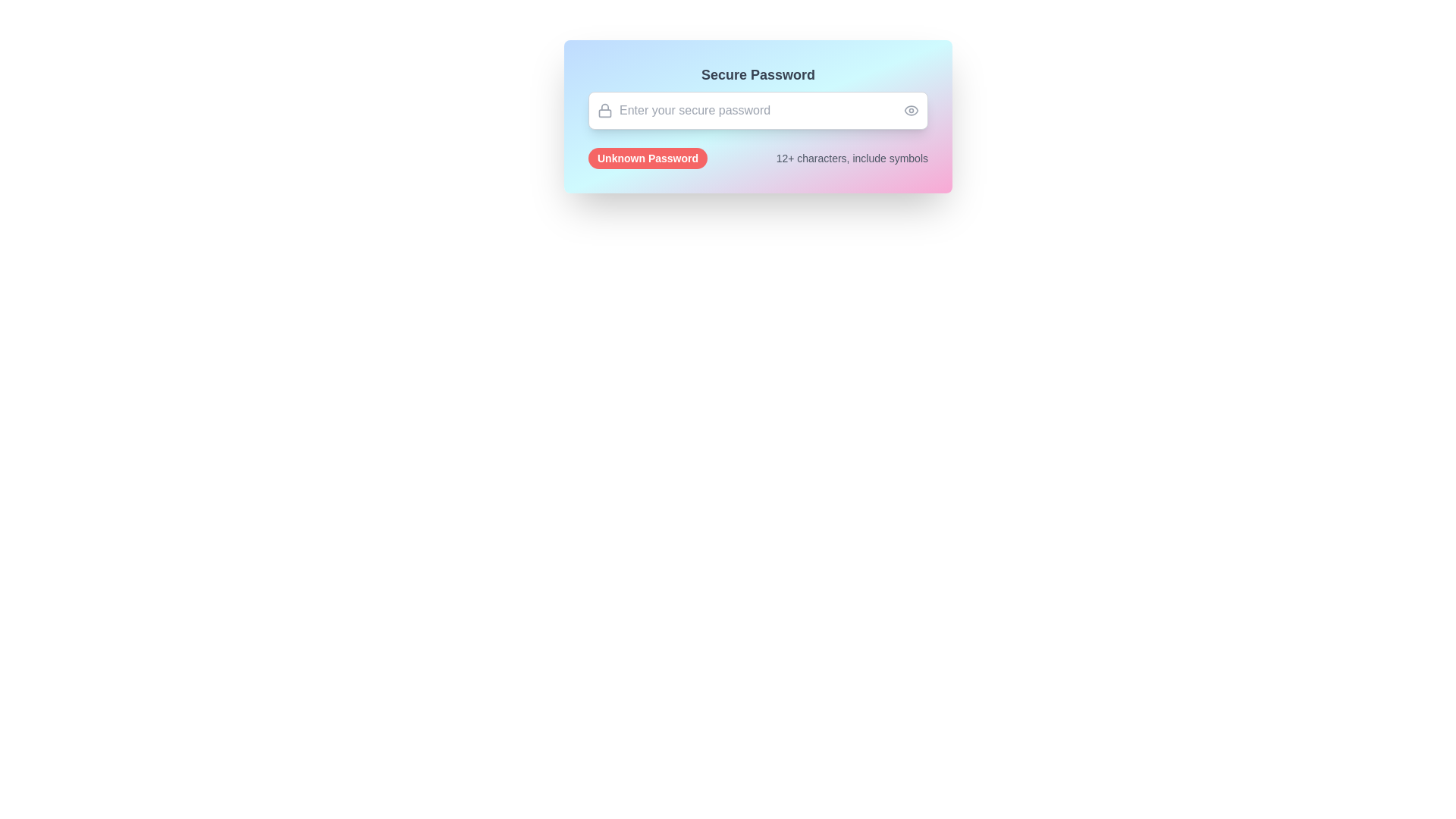 Image resolution: width=1456 pixels, height=819 pixels. What do you see at coordinates (604, 112) in the screenshot?
I see `the rounded rectangle element within the lock icon, which is positioned in the lower section of the padlock, located to the left of the input field labeled 'Enter your secure password'` at bounding box center [604, 112].